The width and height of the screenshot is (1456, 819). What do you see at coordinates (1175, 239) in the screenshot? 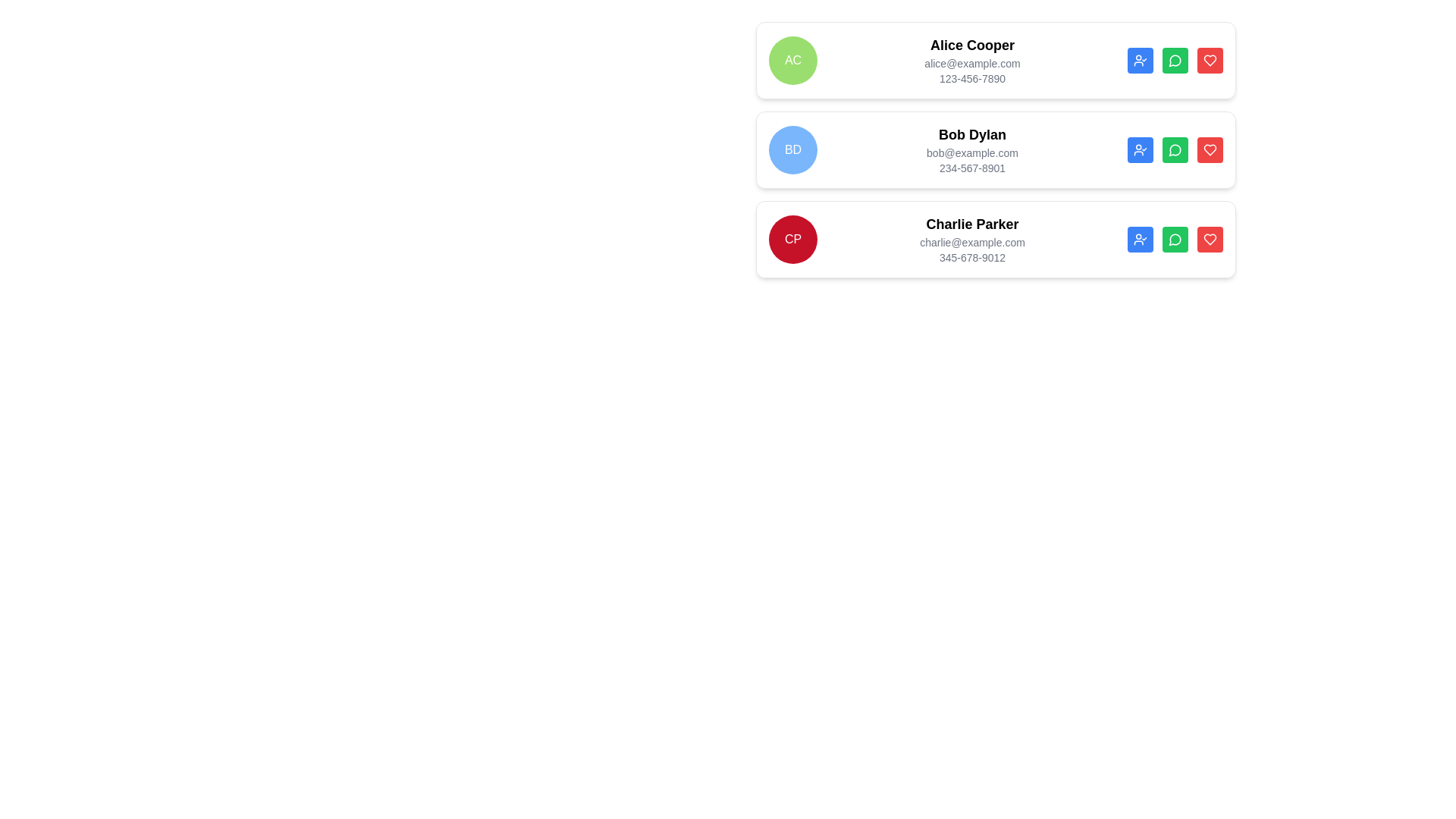
I see `the SVG-based message icon button with a green background and white outline located in the third user information card adjacent to 'Charlie Parker' to initiate a chat or messaging action` at bounding box center [1175, 239].